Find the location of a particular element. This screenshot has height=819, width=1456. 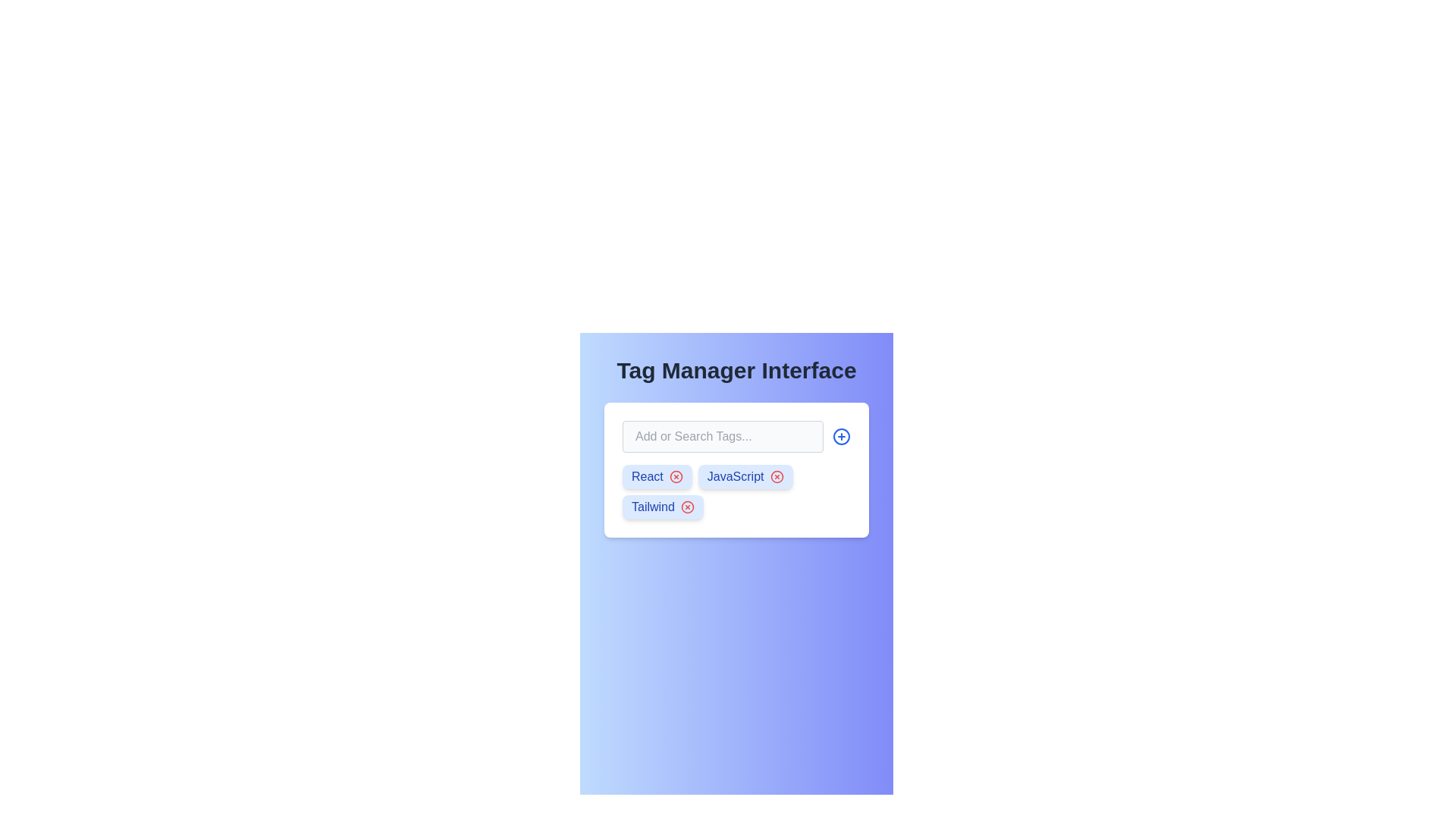

the red circular close icon of the second tag labeled between 'React' and 'Tailwind' is located at coordinates (745, 475).